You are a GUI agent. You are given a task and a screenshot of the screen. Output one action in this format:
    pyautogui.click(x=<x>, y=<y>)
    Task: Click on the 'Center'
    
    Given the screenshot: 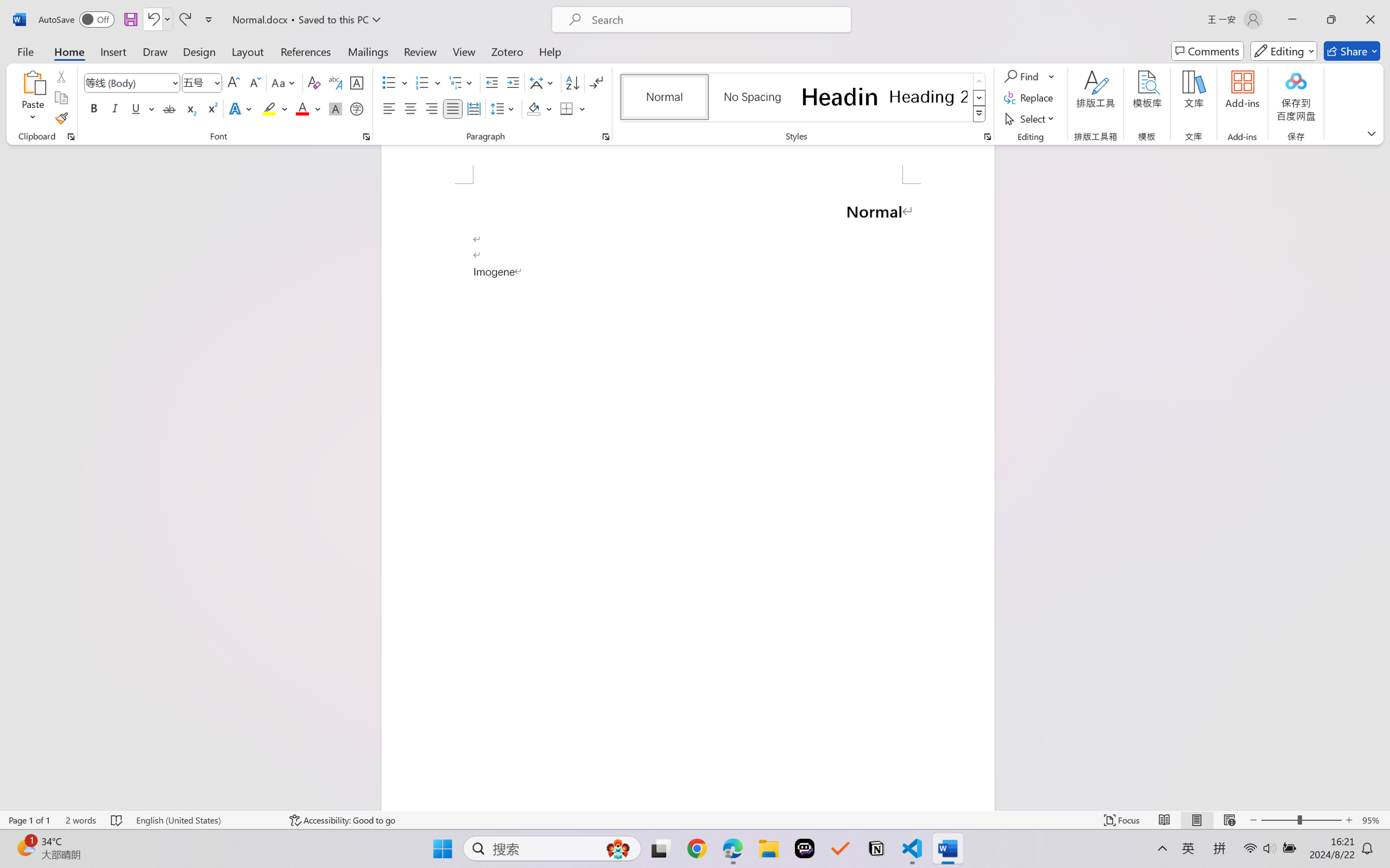 What is the action you would take?
    pyautogui.click(x=410, y=108)
    